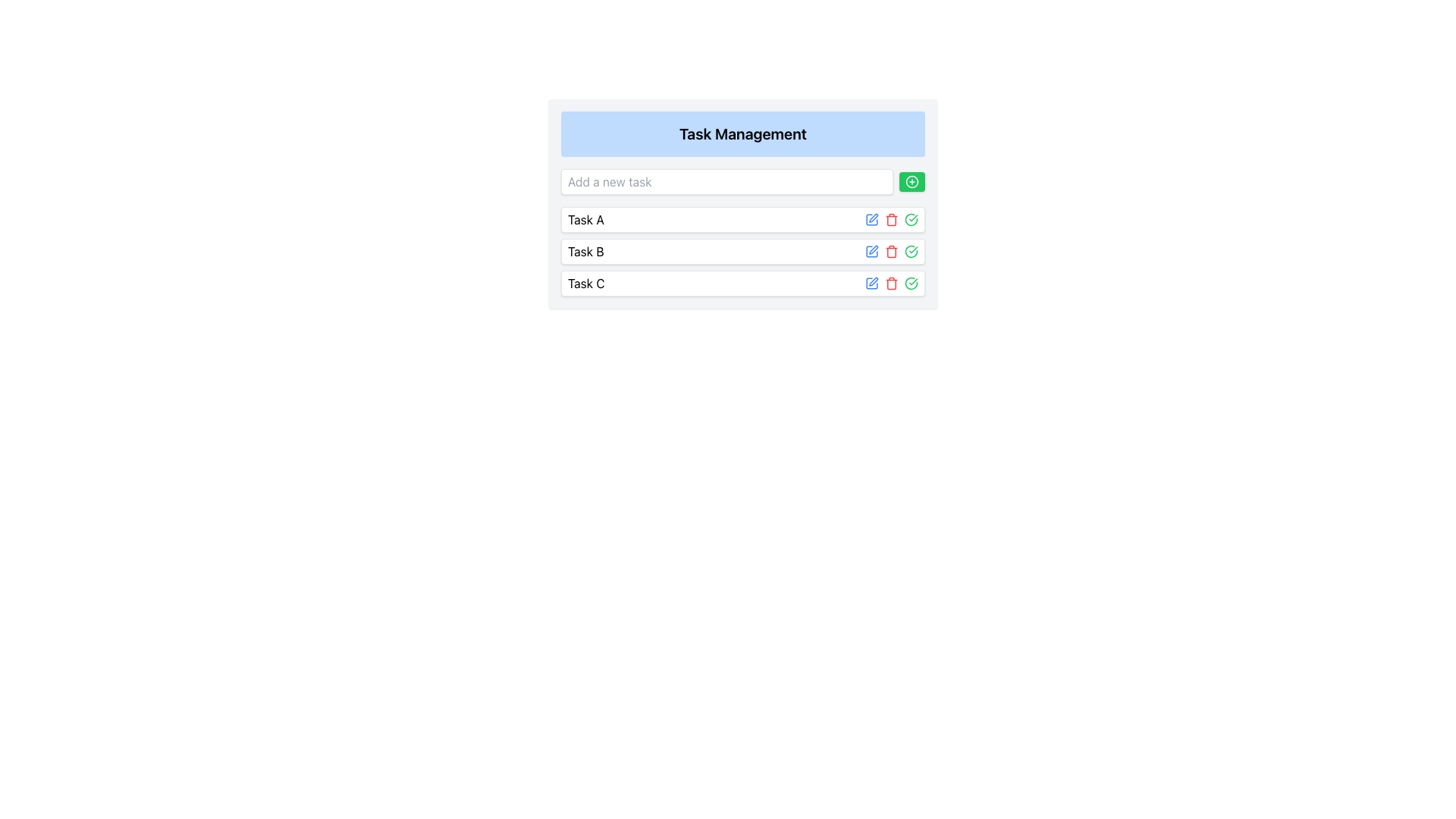 The width and height of the screenshot is (1456, 819). What do you see at coordinates (892, 219) in the screenshot?
I see `the delete icon button associated with 'Task A' to initiate the deletion of the task` at bounding box center [892, 219].